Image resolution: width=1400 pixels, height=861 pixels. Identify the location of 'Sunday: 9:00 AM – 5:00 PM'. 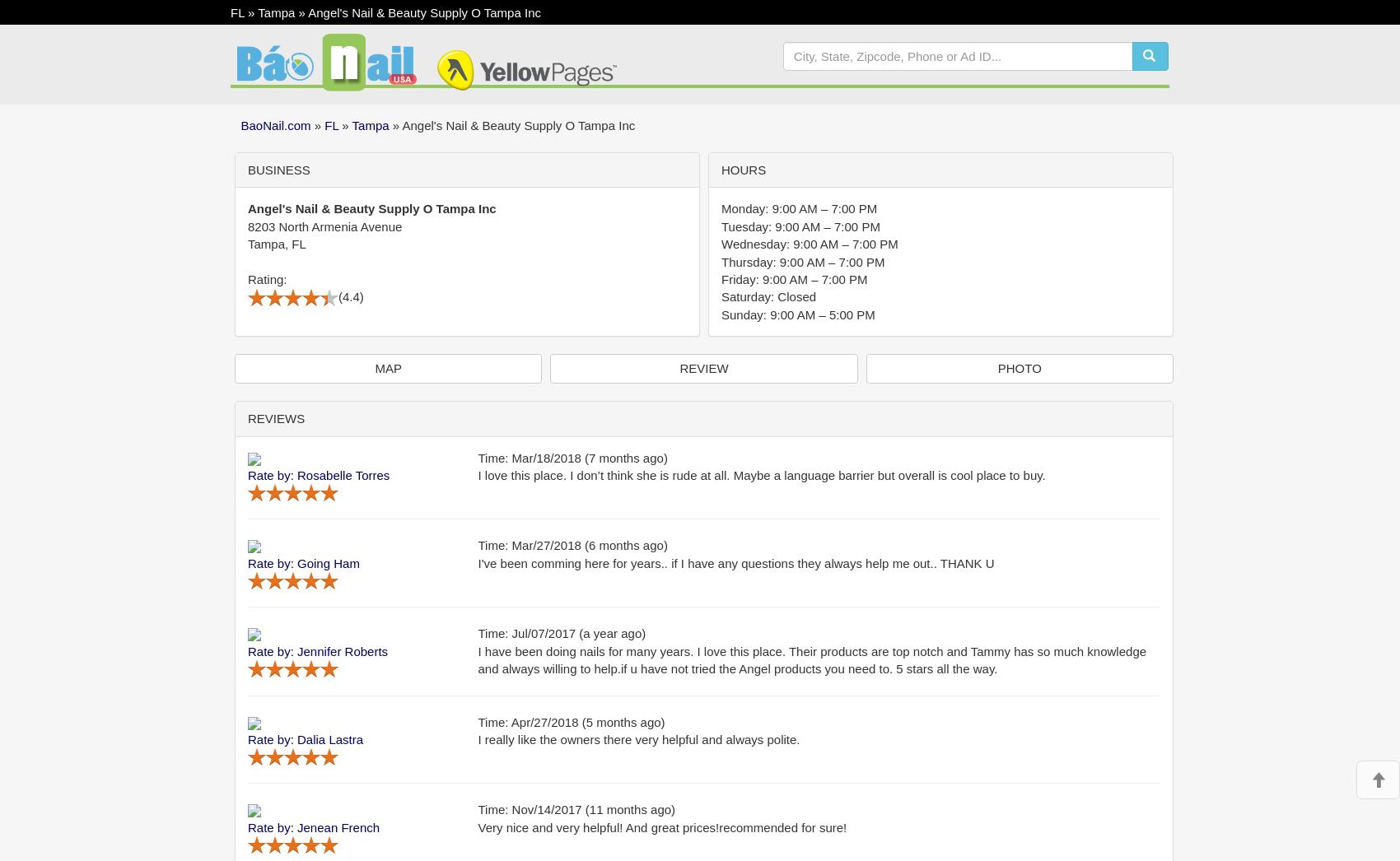
(721, 314).